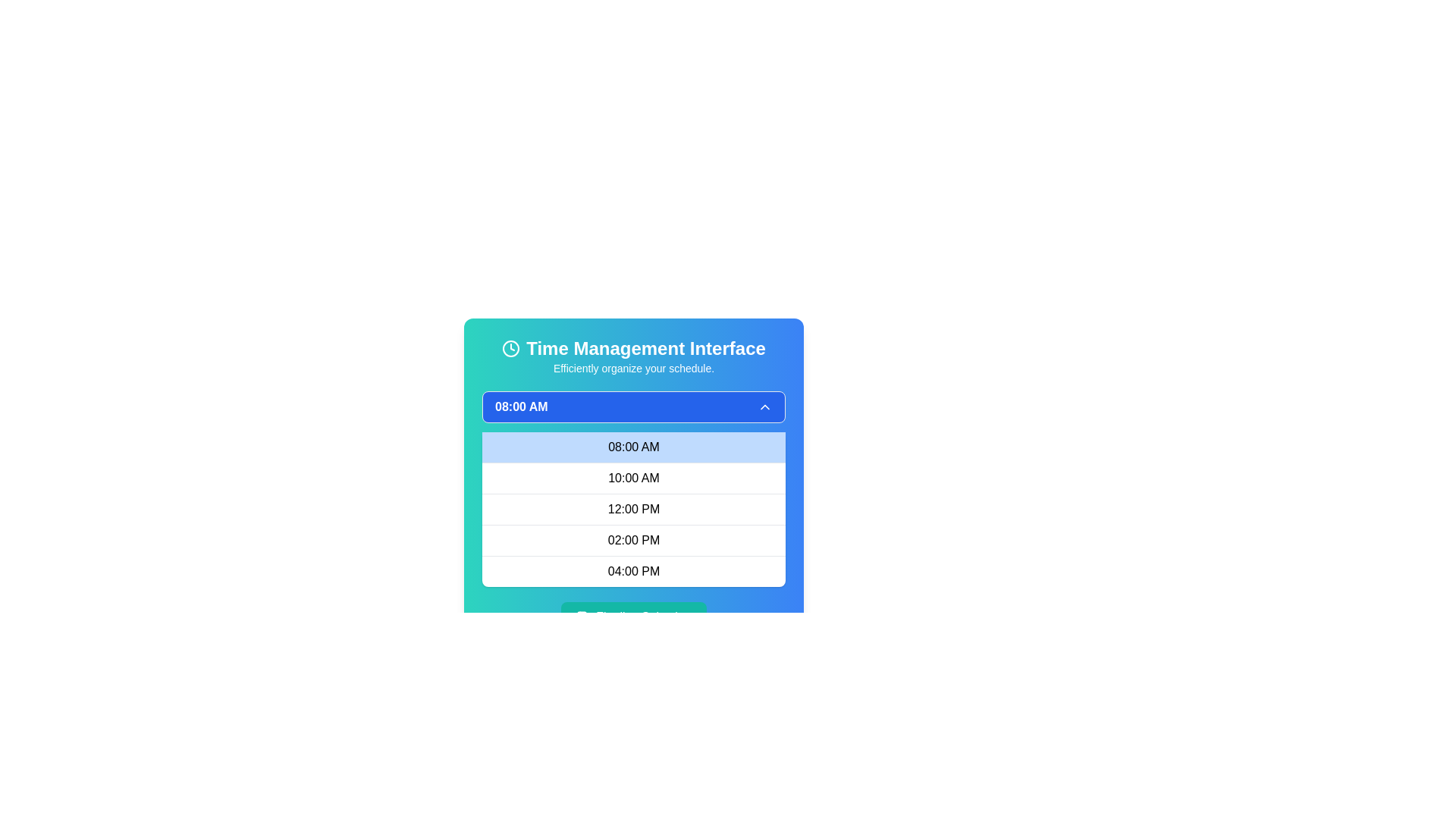  I want to click on the decorative icon that symbolizes the concept of time, located near the left side of the 'Time Management Interface' header, so click(511, 348).